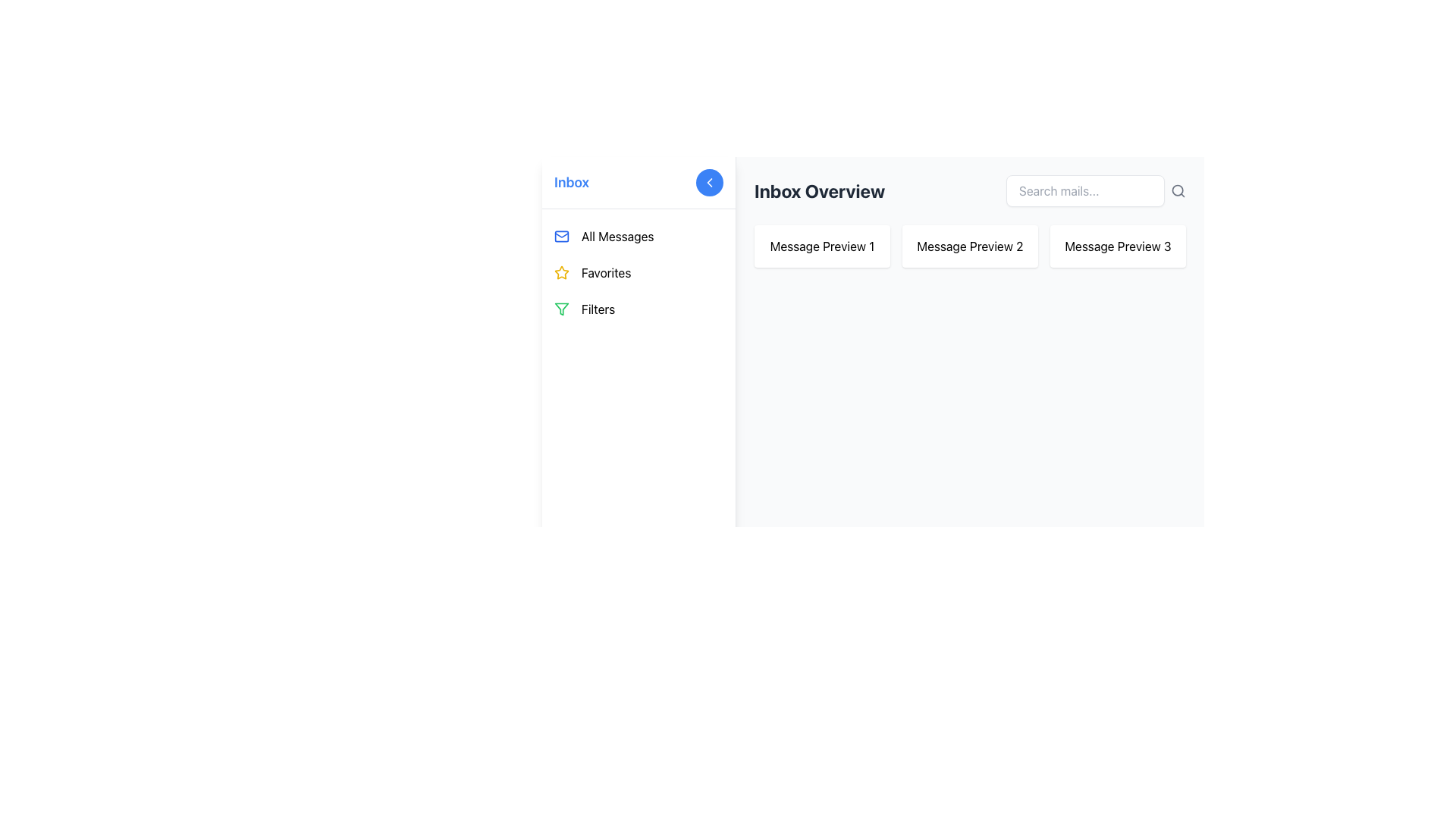  Describe the element at coordinates (560, 309) in the screenshot. I see `the green filter icon located in the vertical navigation menu aligned with the 'Filters' label` at that location.